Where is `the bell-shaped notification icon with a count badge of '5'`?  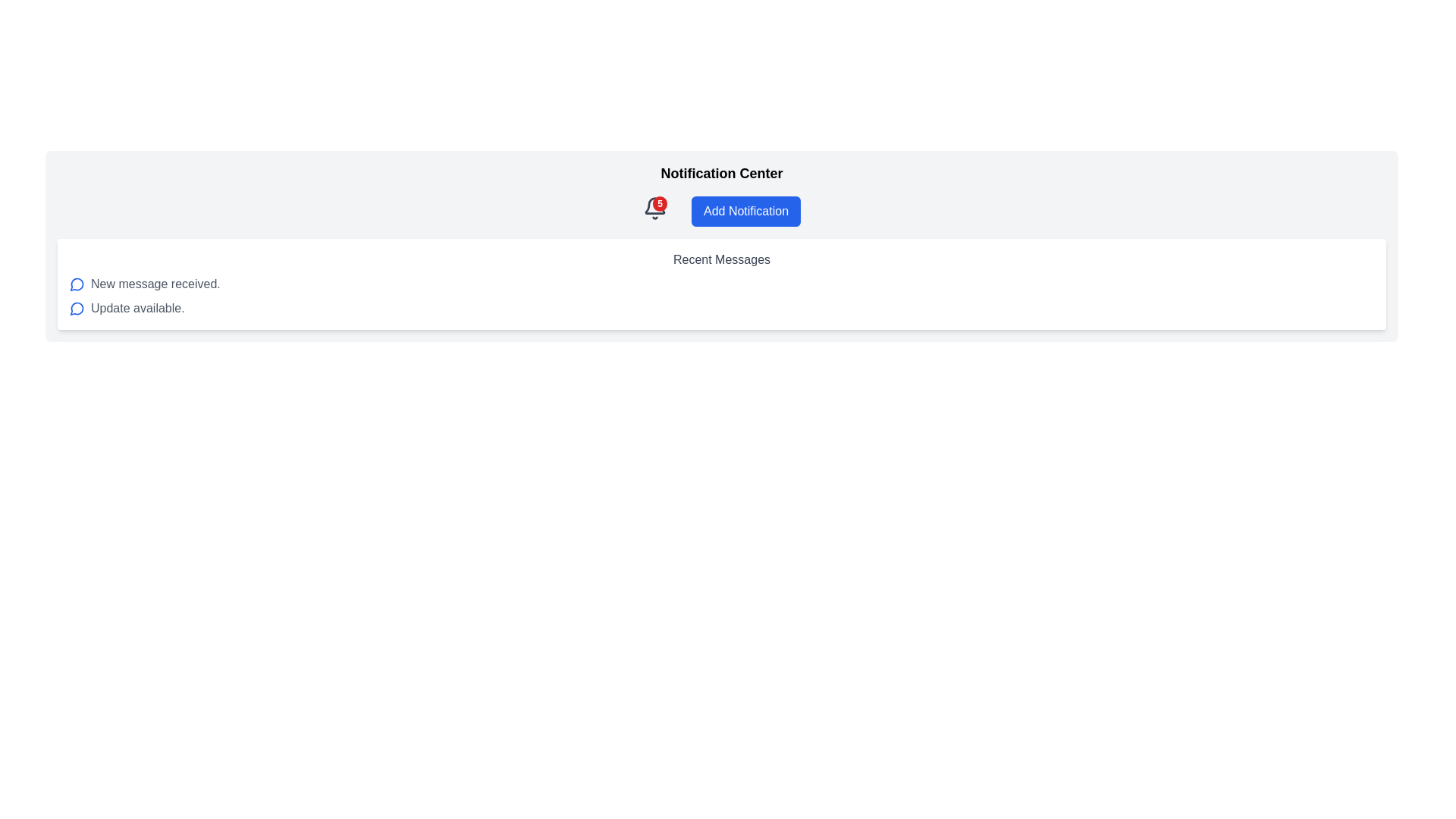 the bell-shaped notification icon with a count badge of '5' is located at coordinates (655, 208).